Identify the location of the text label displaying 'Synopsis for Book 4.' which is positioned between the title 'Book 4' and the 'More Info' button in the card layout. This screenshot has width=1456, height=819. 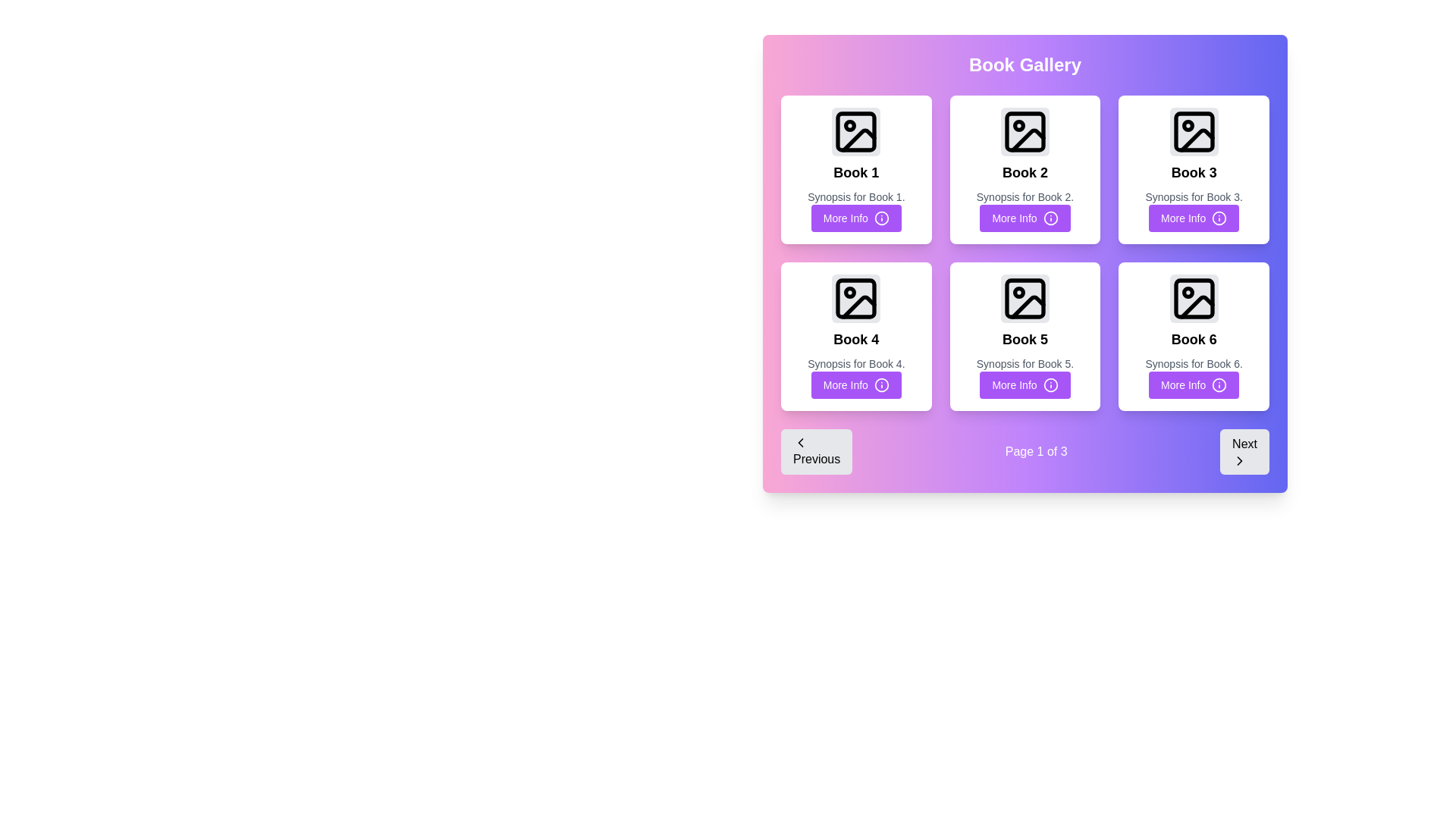
(856, 363).